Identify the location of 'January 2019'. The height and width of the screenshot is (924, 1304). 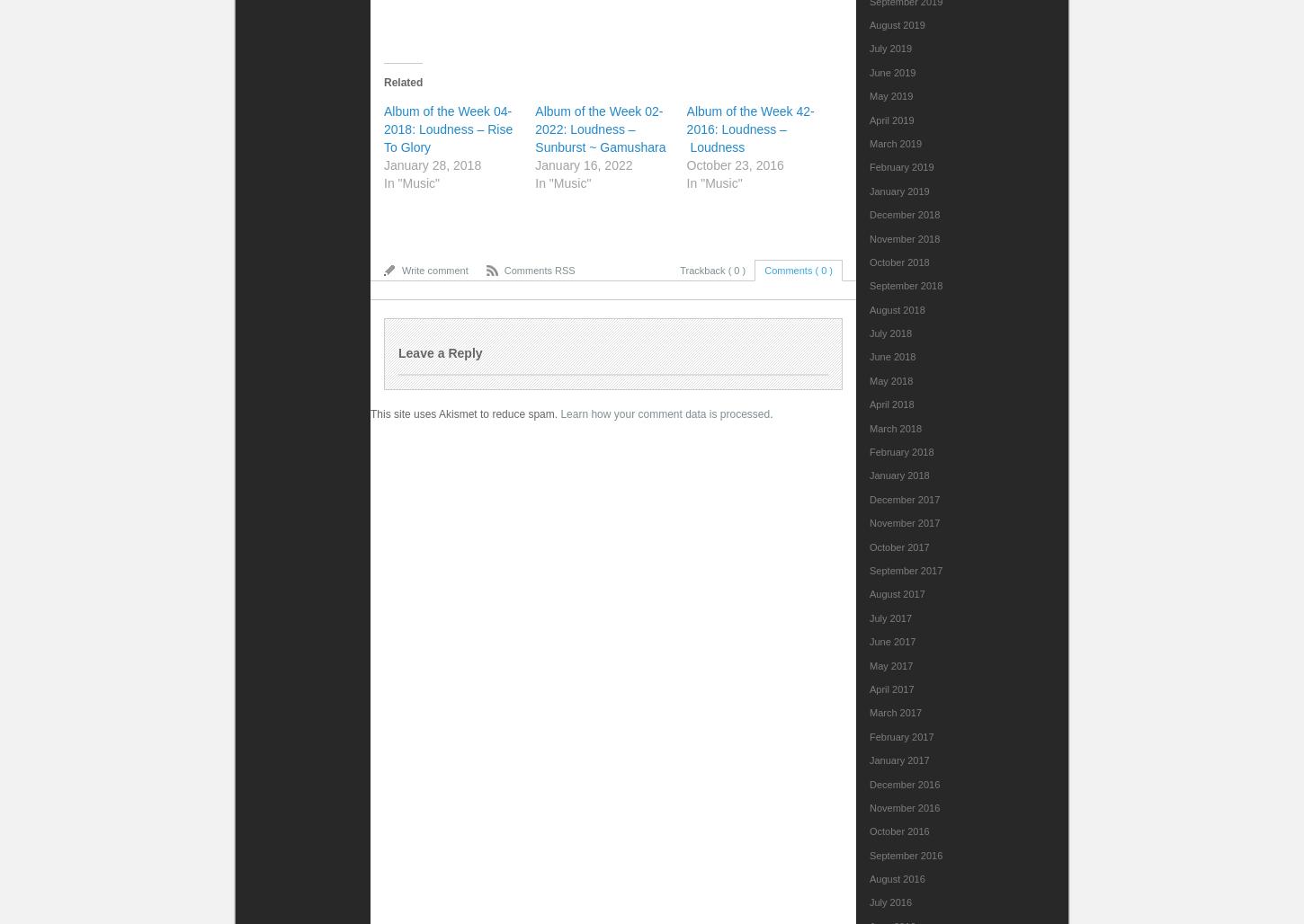
(899, 189).